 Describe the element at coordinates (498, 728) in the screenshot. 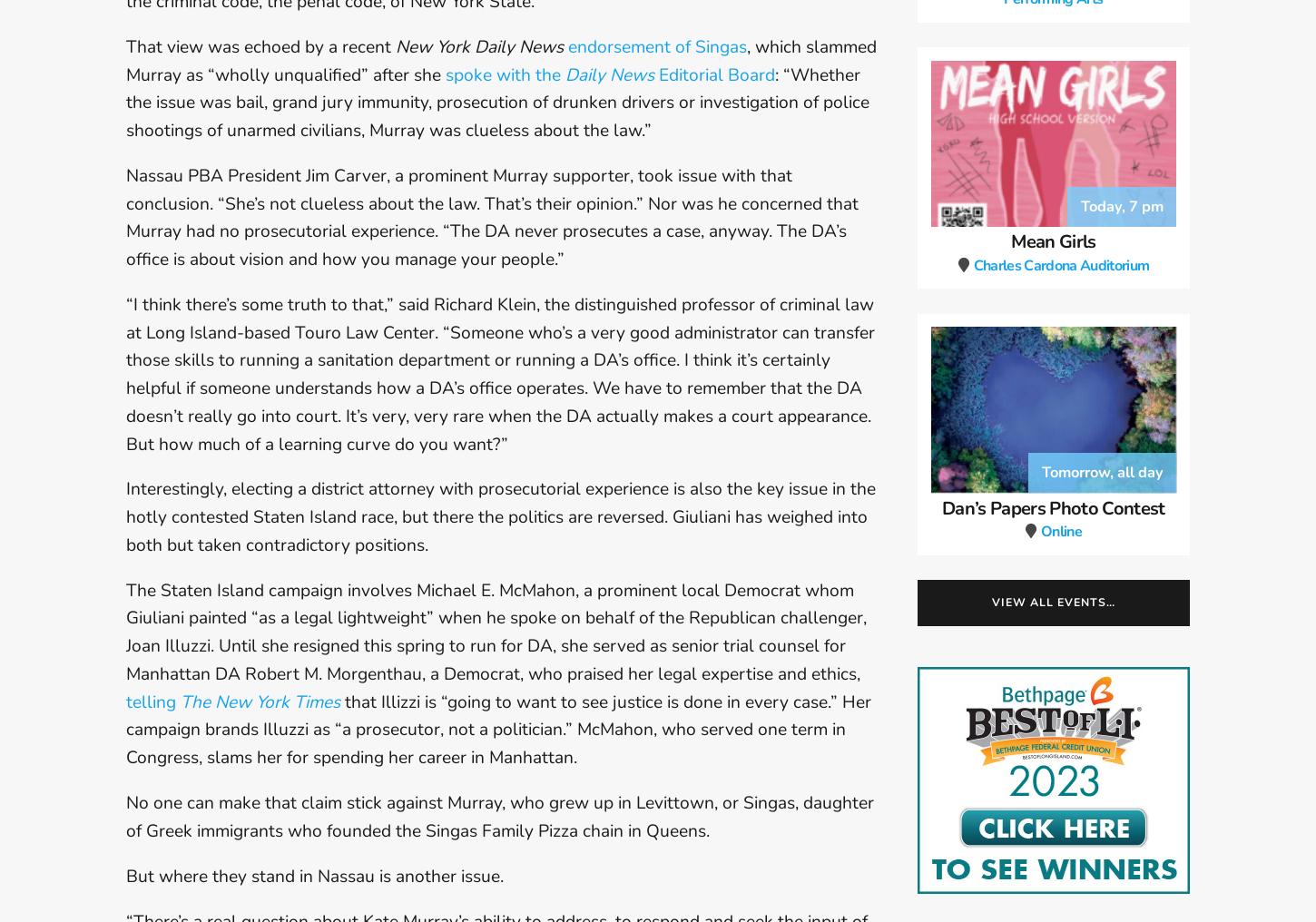

I see `'that Illizzi is “going to want to see justice is done in every case.” Her campaign brands Illuzzi as “a prosecutor, not a politician.” McMahon, who served one term in Congress, slams her for spending her career in Manhattan.'` at that location.